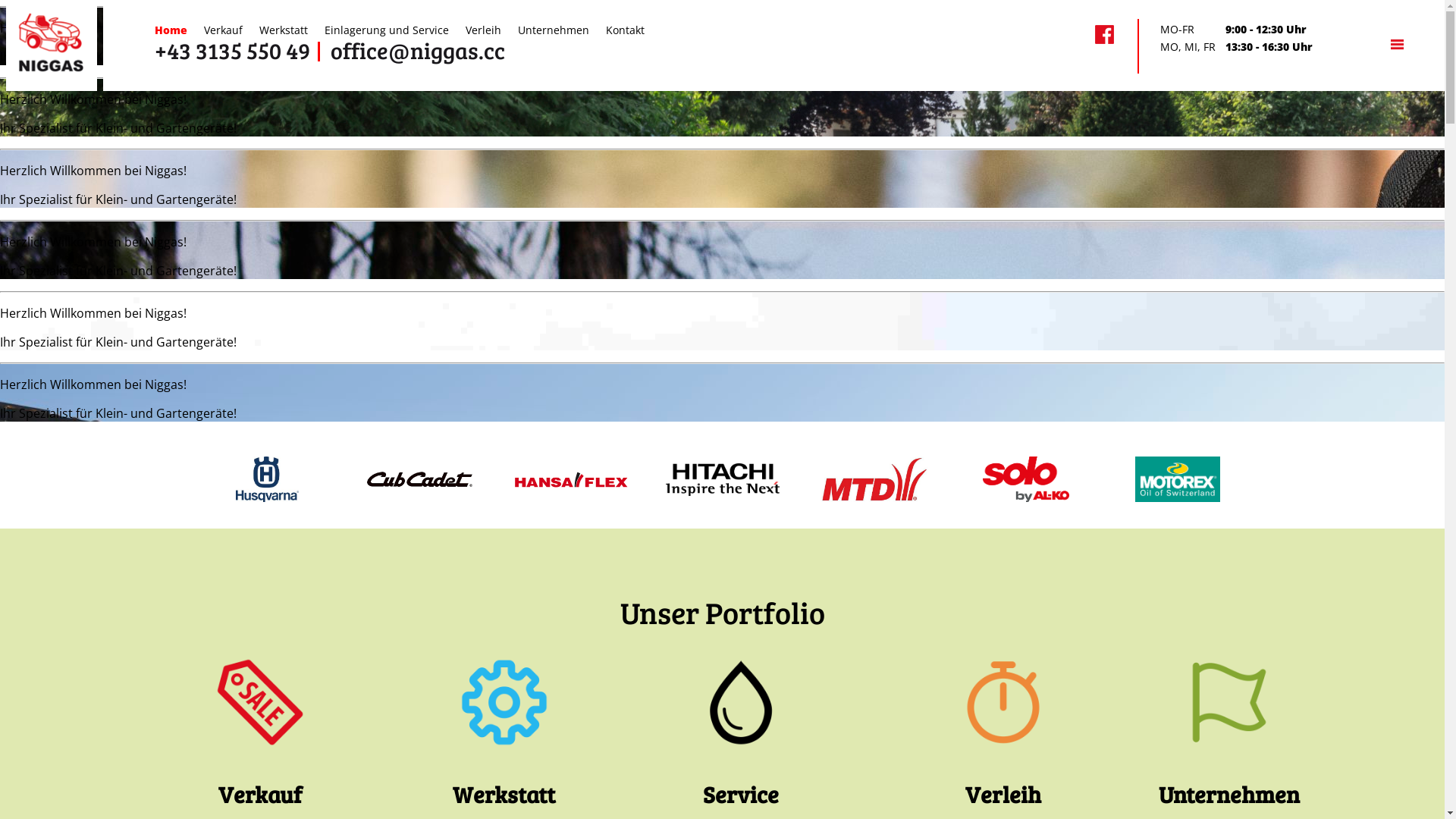 Image resolution: width=1456 pixels, height=819 pixels. What do you see at coordinates (418, 49) in the screenshot?
I see `'office@niggas.cc'` at bounding box center [418, 49].